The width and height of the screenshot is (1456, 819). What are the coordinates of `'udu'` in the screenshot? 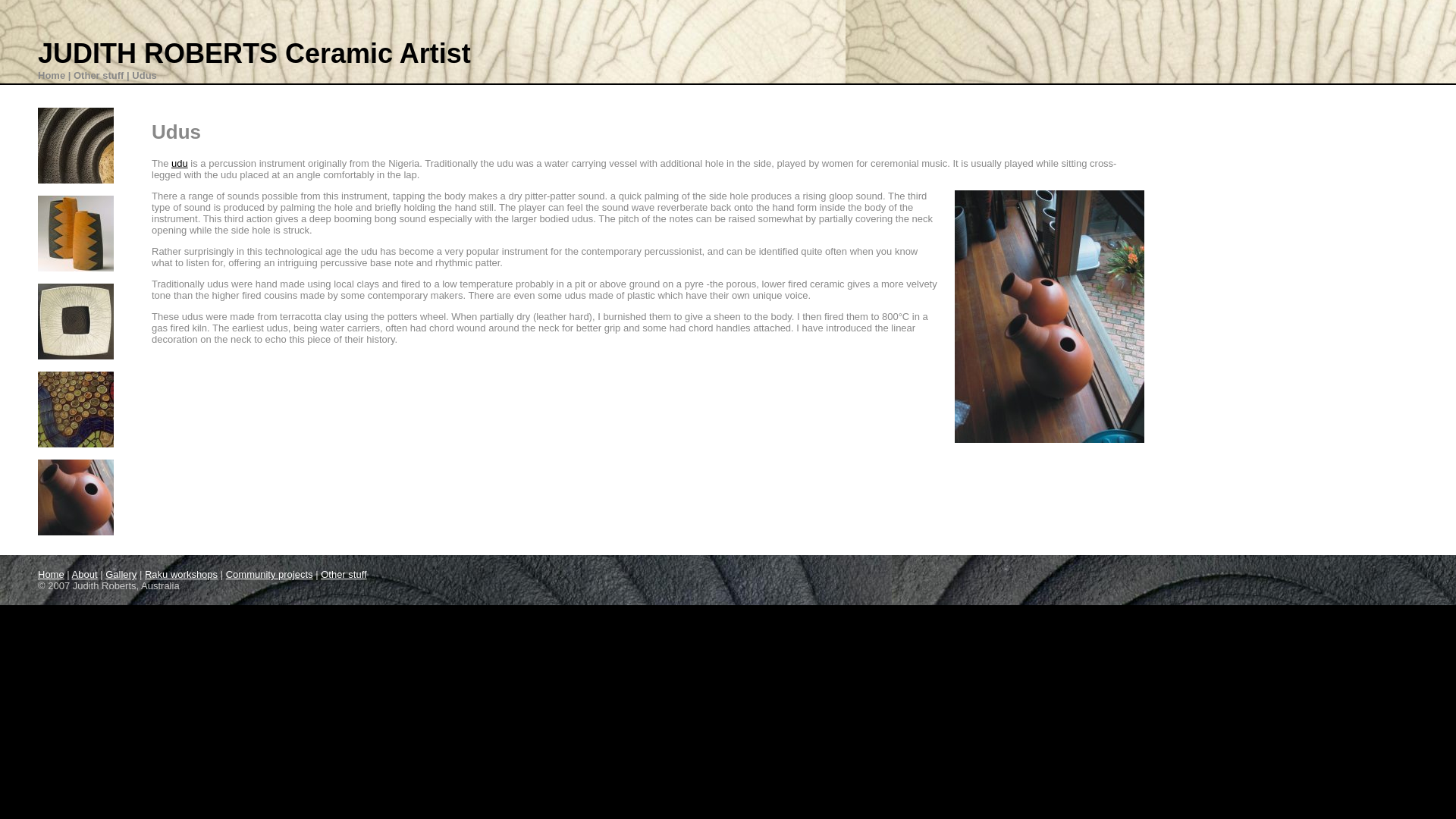 It's located at (179, 163).